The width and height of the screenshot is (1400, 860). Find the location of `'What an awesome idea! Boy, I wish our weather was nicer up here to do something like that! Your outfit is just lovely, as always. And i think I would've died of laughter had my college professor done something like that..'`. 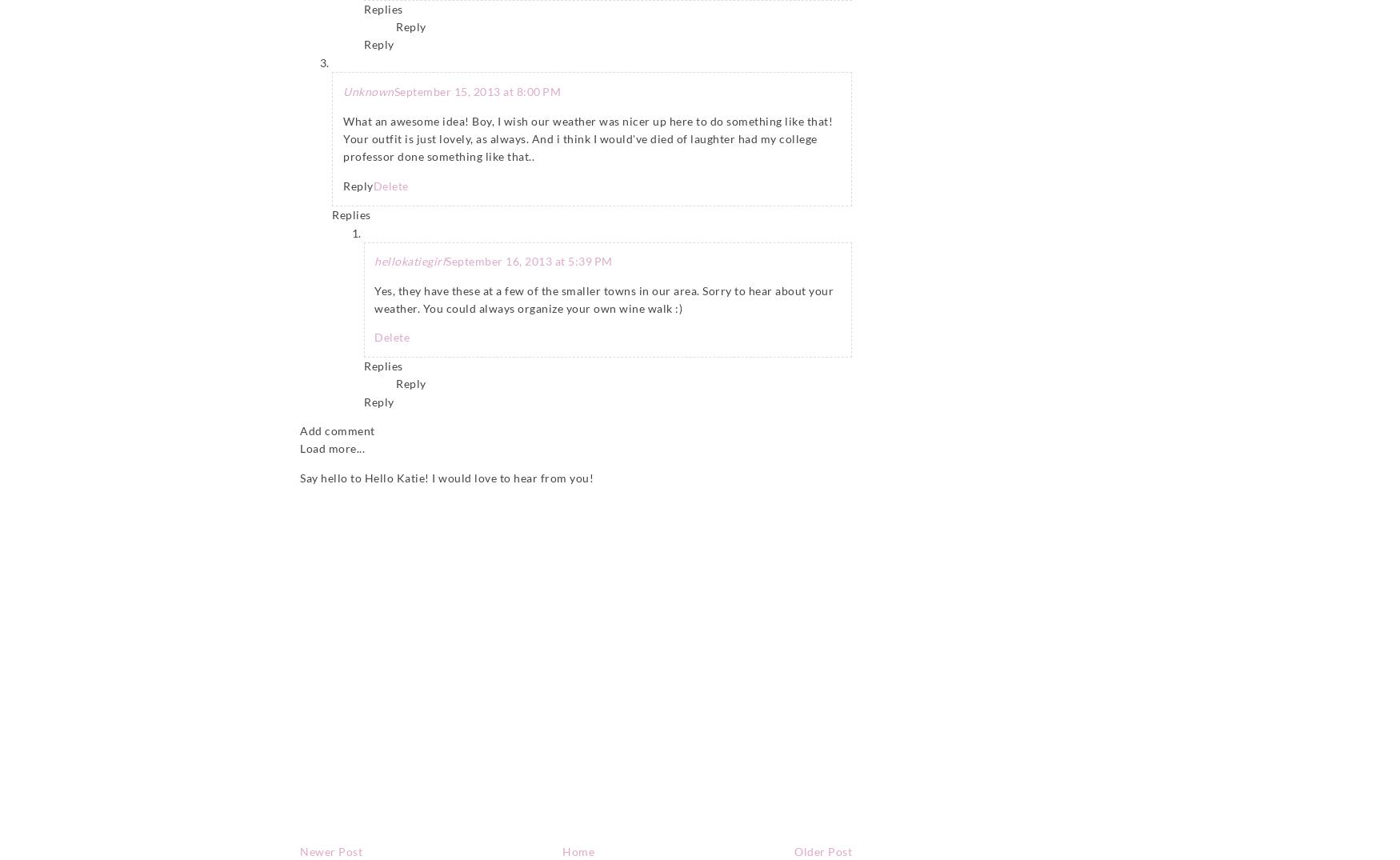

'What an awesome idea! Boy, I wish our weather was nicer up here to do something like that! Your outfit is just lovely, as always. And i think I would've died of laughter had my college professor done something like that..' is located at coordinates (588, 138).